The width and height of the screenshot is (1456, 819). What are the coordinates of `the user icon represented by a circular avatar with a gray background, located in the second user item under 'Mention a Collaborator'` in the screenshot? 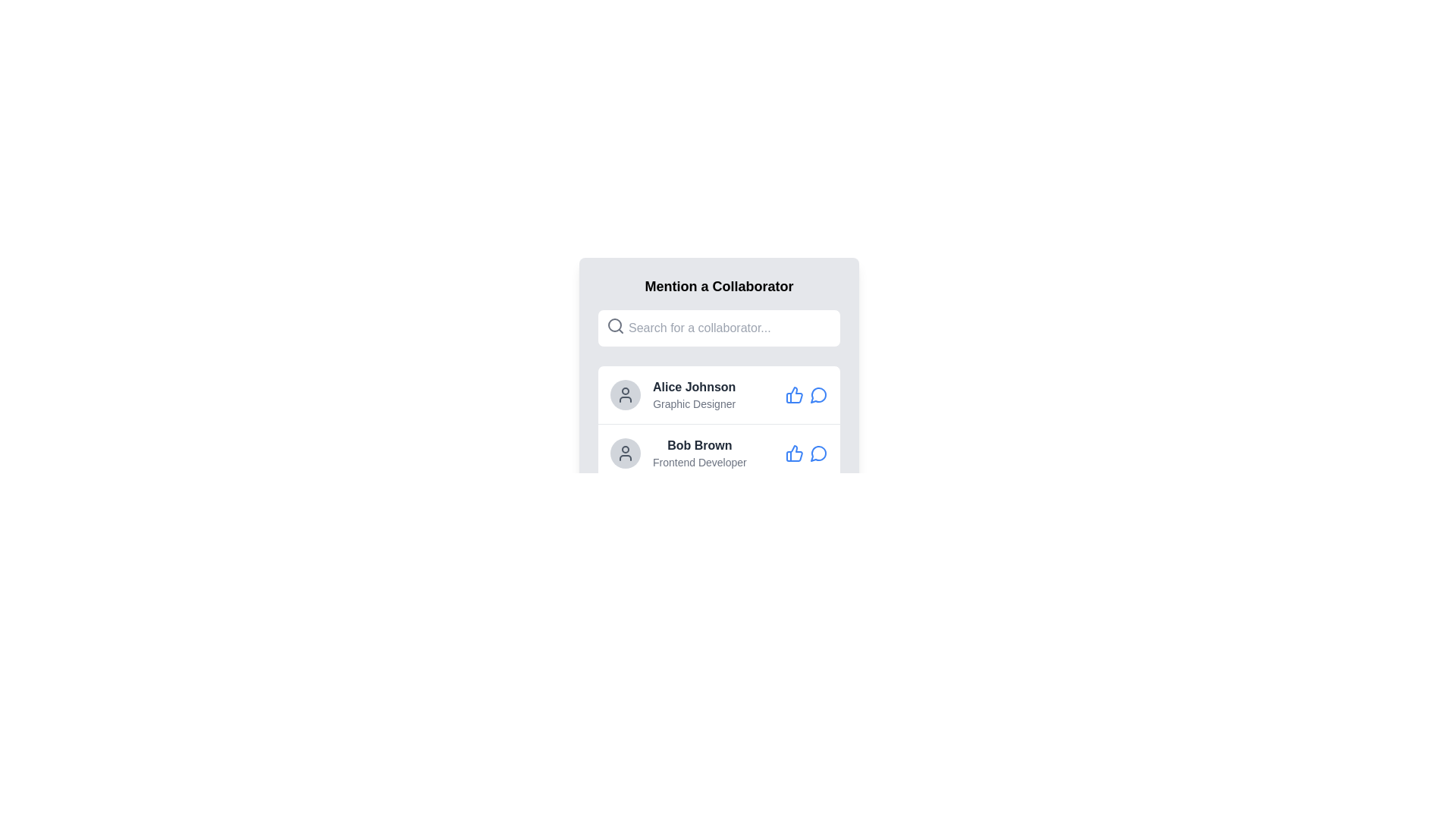 It's located at (626, 394).